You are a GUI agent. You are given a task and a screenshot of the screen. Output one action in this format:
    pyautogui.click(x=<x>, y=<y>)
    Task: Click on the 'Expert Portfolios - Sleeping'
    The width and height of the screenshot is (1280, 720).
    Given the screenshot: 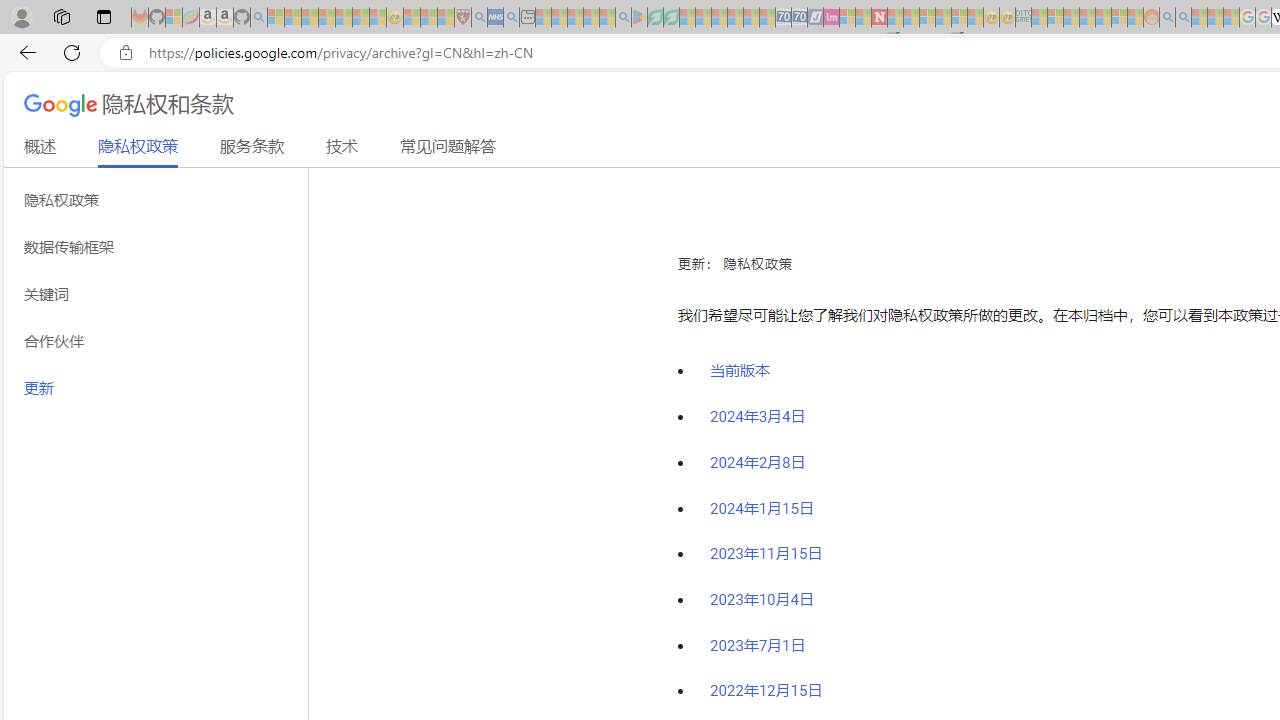 What is the action you would take?
    pyautogui.click(x=1086, y=17)
    